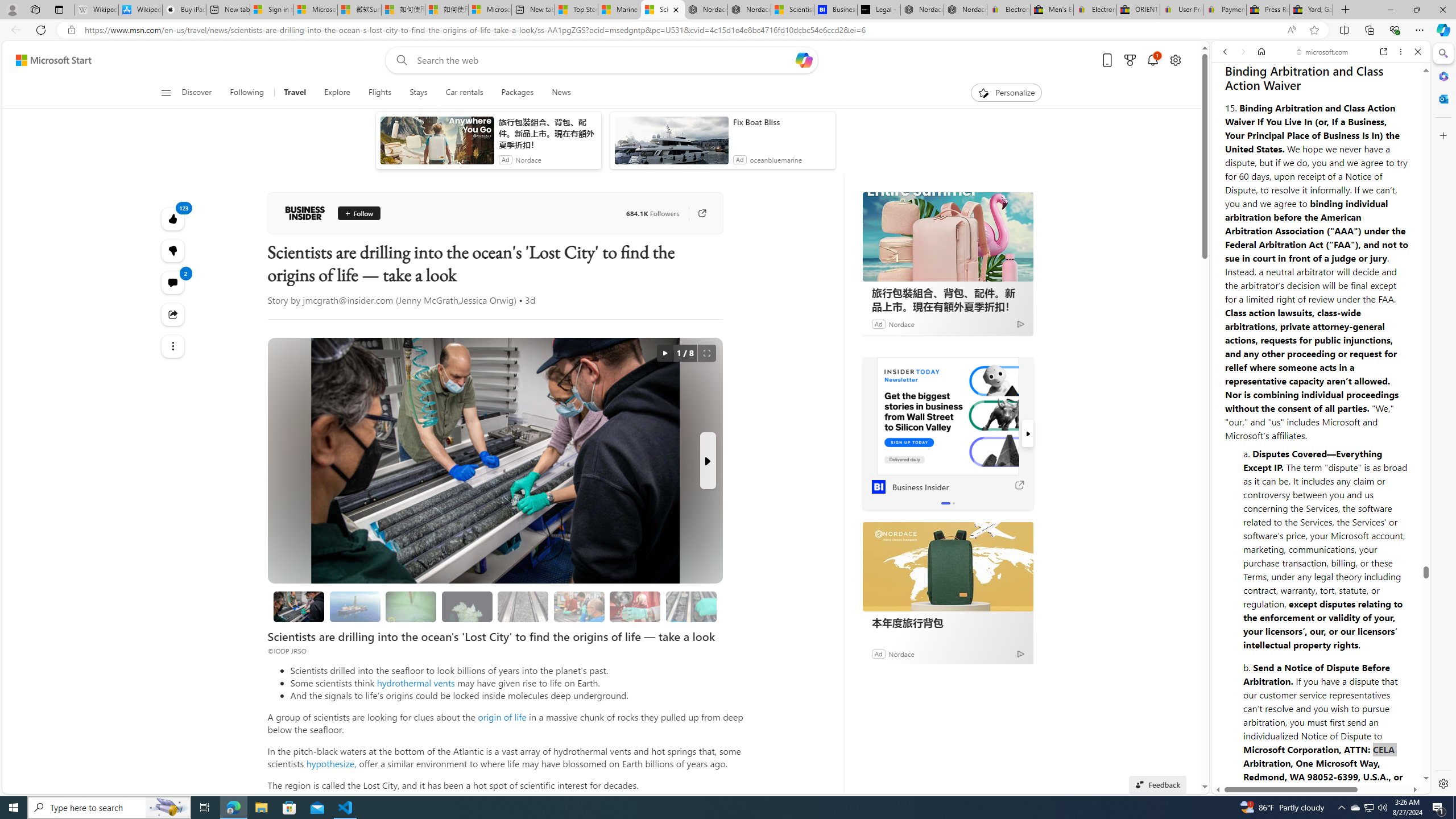 This screenshot has height=819, width=1456. Describe the element at coordinates (561, 92) in the screenshot. I see `'News'` at that location.